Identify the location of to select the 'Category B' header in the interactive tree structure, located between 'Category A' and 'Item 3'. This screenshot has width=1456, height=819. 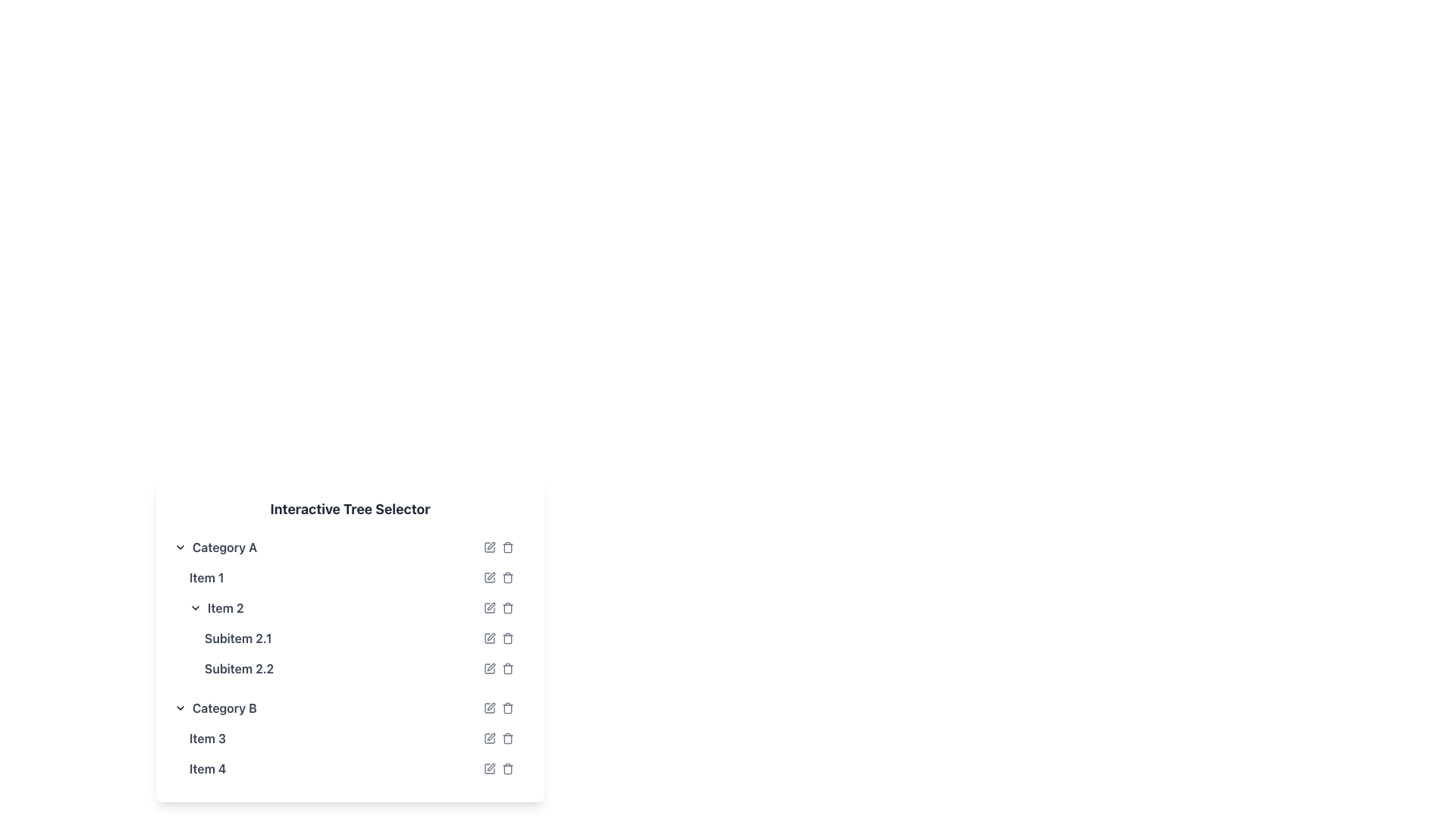
(215, 708).